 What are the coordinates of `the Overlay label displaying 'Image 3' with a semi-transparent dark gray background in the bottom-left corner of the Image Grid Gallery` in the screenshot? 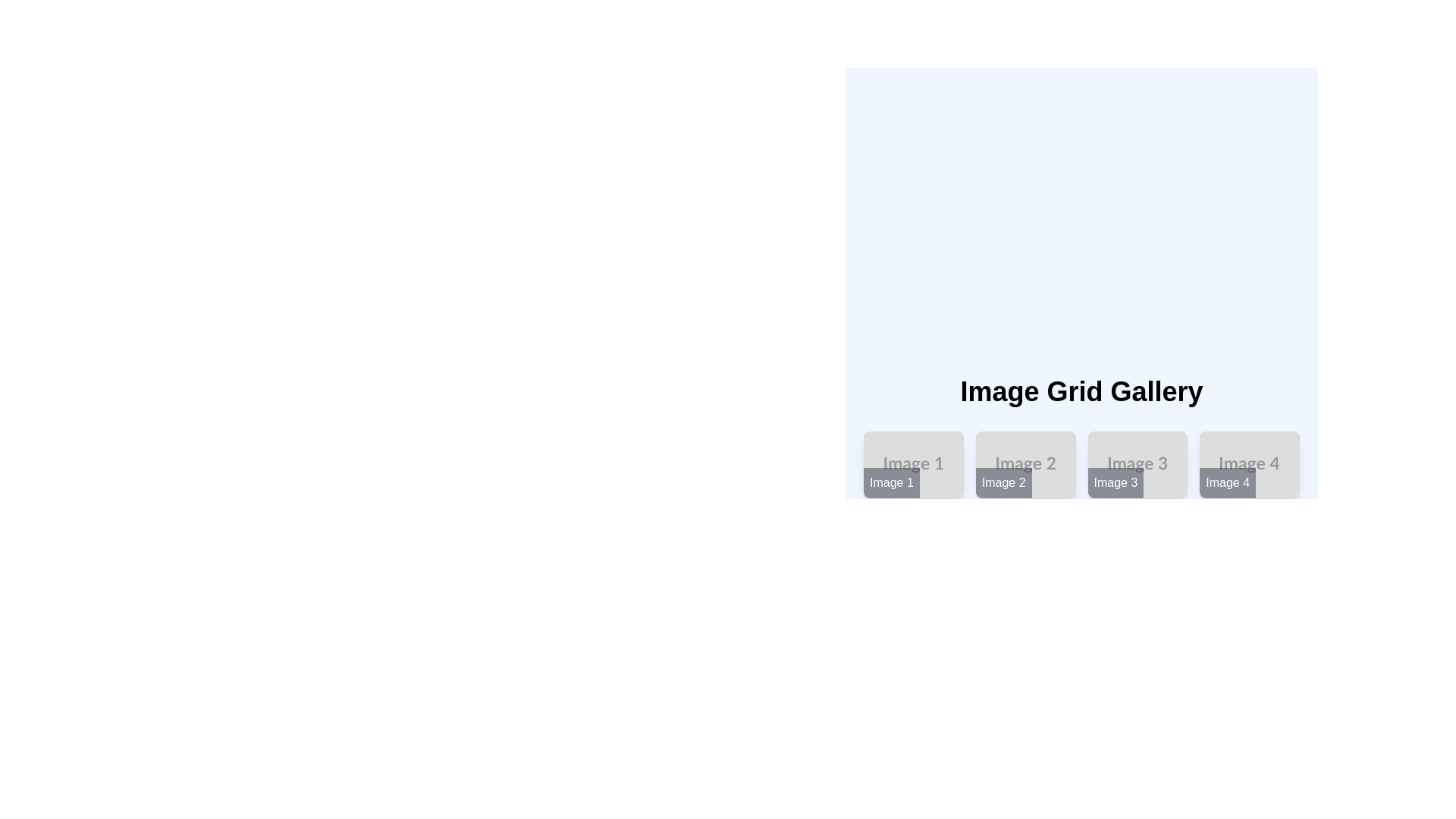 It's located at (1116, 482).